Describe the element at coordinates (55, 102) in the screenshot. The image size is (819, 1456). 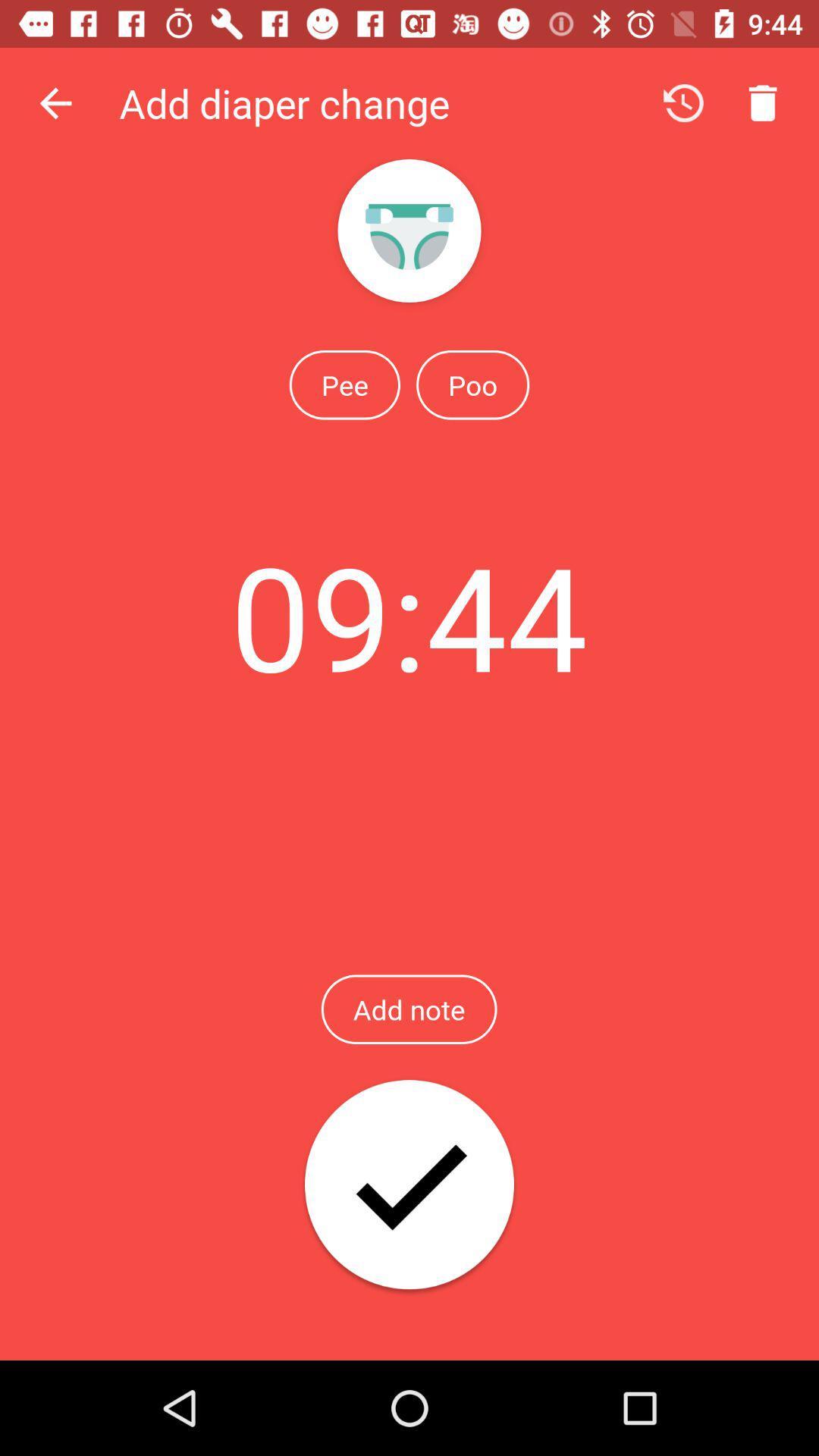
I see `app to the left of the add diaper change` at that location.